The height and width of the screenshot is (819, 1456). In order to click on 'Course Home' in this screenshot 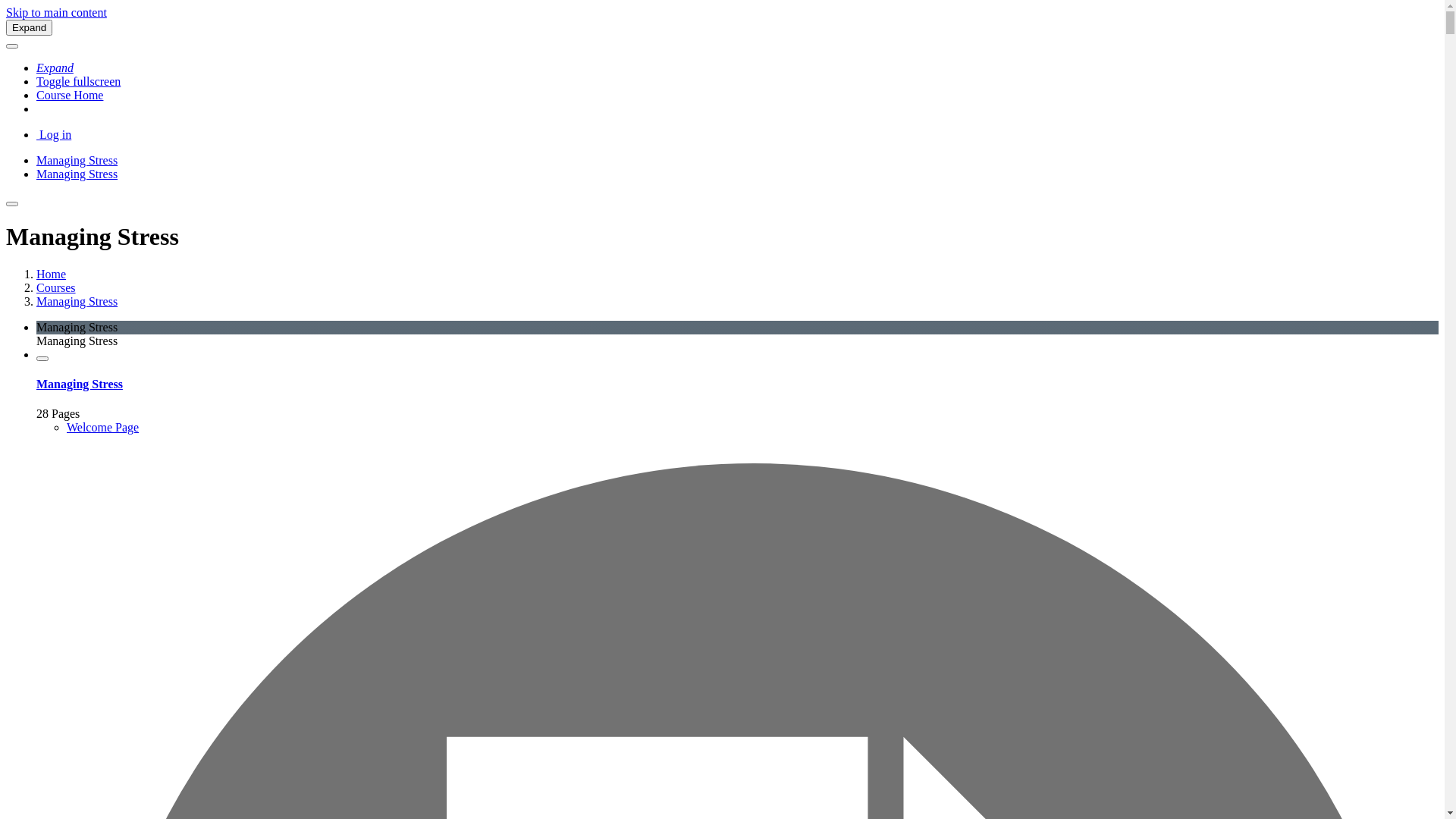, I will do `click(68, 95)`.